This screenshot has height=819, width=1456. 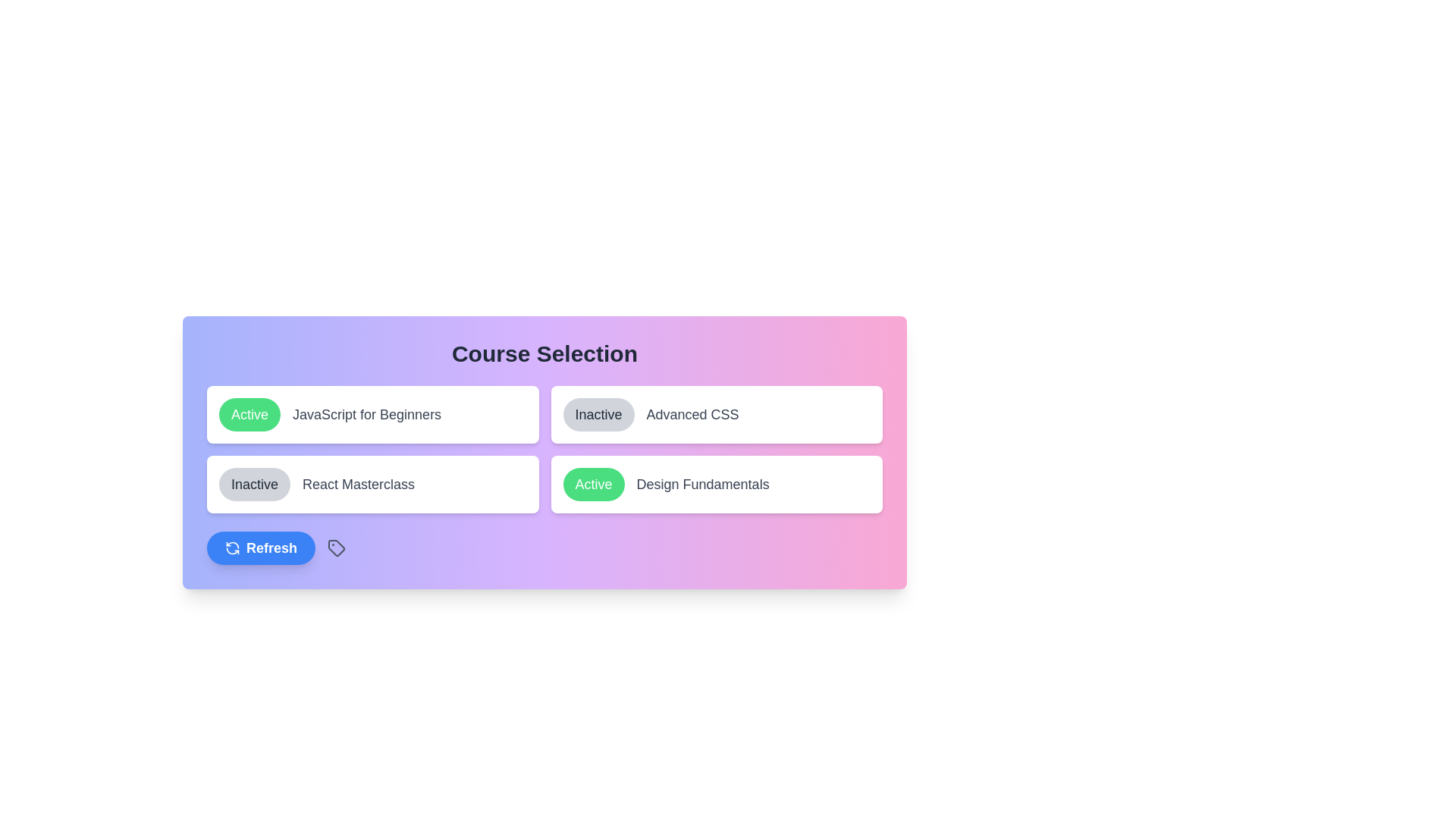 What do you see at coordinates (716, 485) in the screenshot?
I see `the Clickable Course Card that displays 'Active' in white text on a green button and 'Design Fundamentals' in dark gray text on a white background` at bounding box center [716, 485].